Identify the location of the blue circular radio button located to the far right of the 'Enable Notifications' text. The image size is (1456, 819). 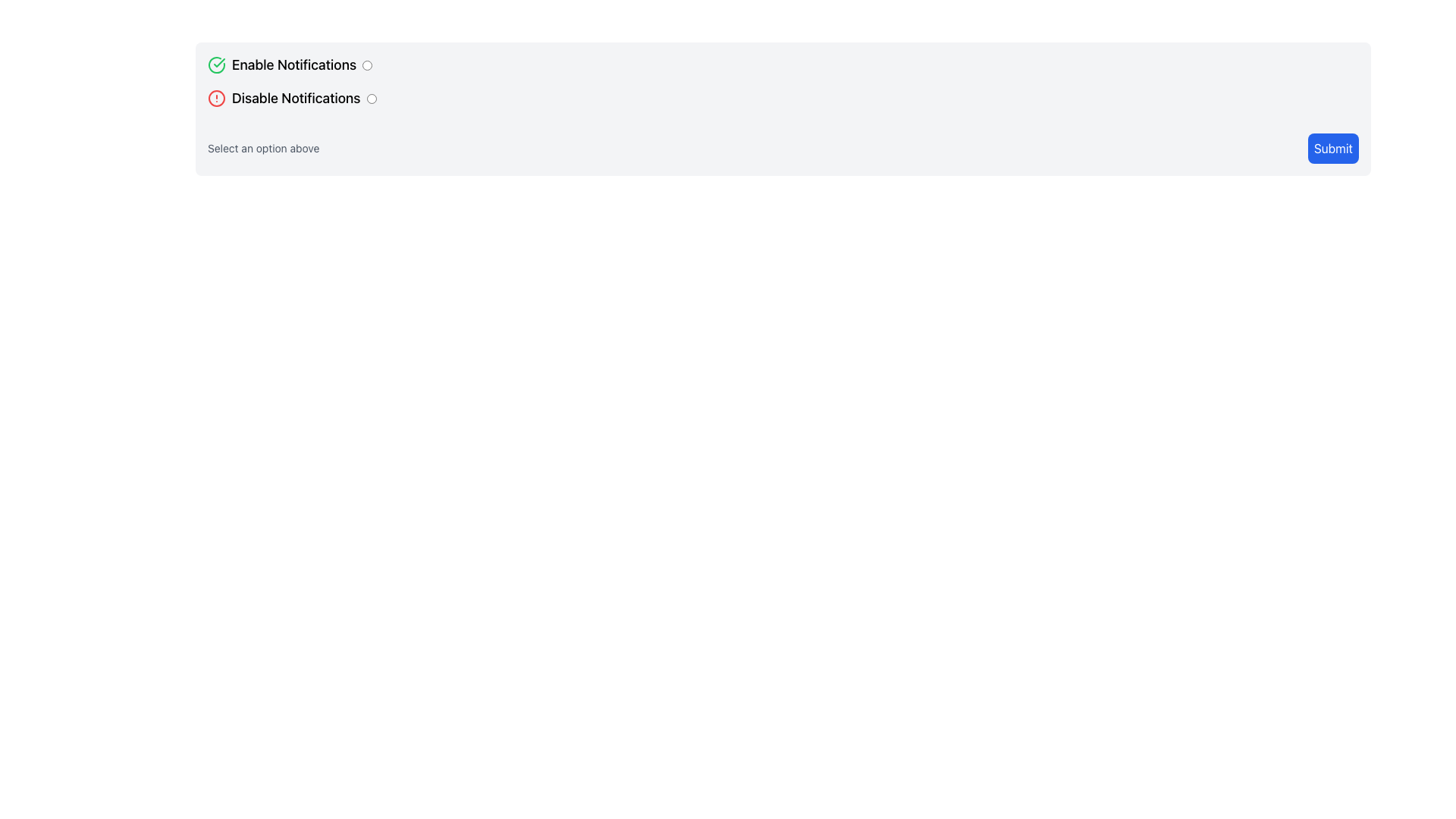
(367, 64).